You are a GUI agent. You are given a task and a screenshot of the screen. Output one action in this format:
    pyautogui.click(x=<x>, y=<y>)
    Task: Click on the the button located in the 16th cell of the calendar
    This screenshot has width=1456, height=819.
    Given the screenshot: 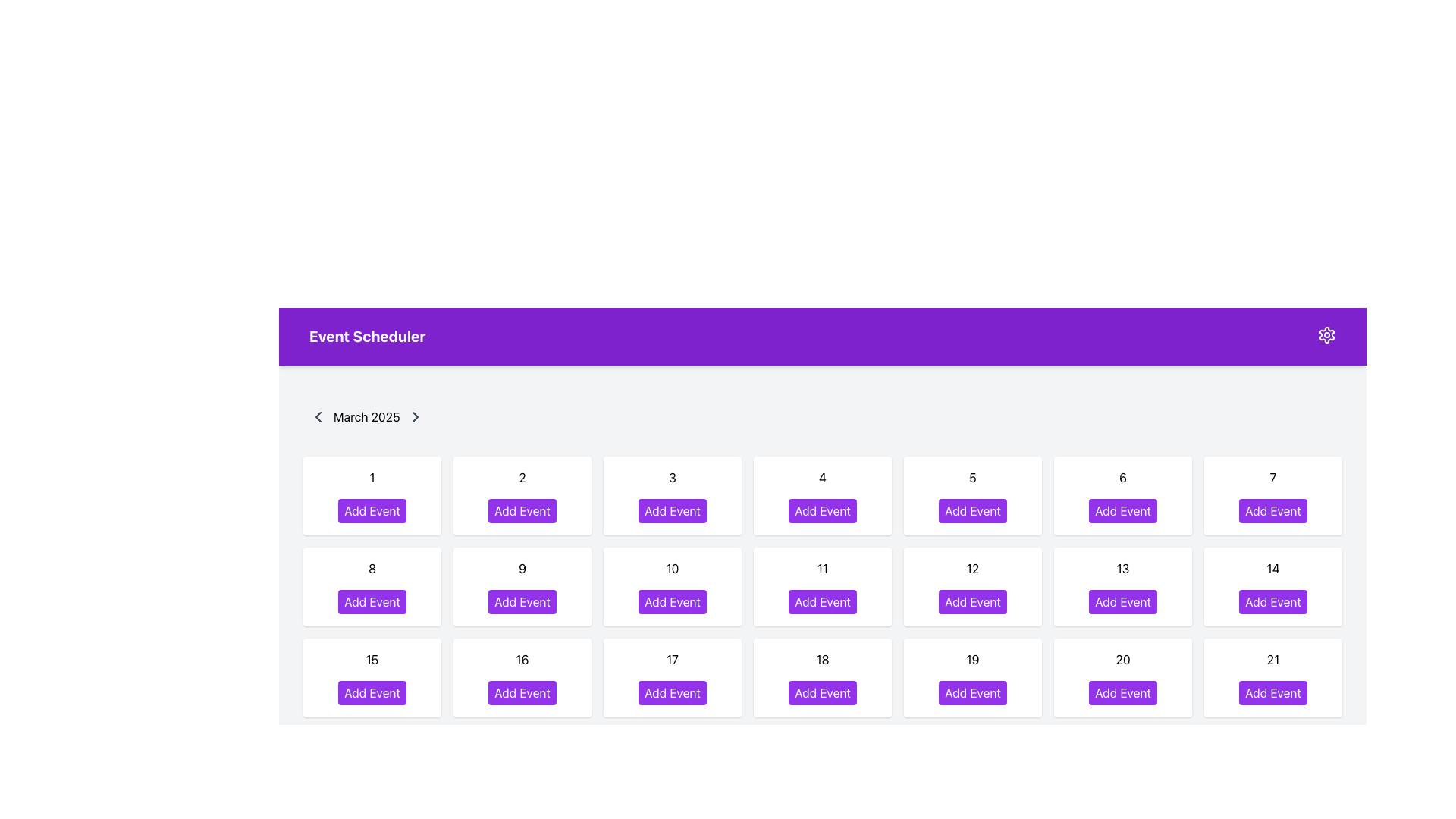 What is the action you would take?
    pyautogui.click(x=522, y=693)
    